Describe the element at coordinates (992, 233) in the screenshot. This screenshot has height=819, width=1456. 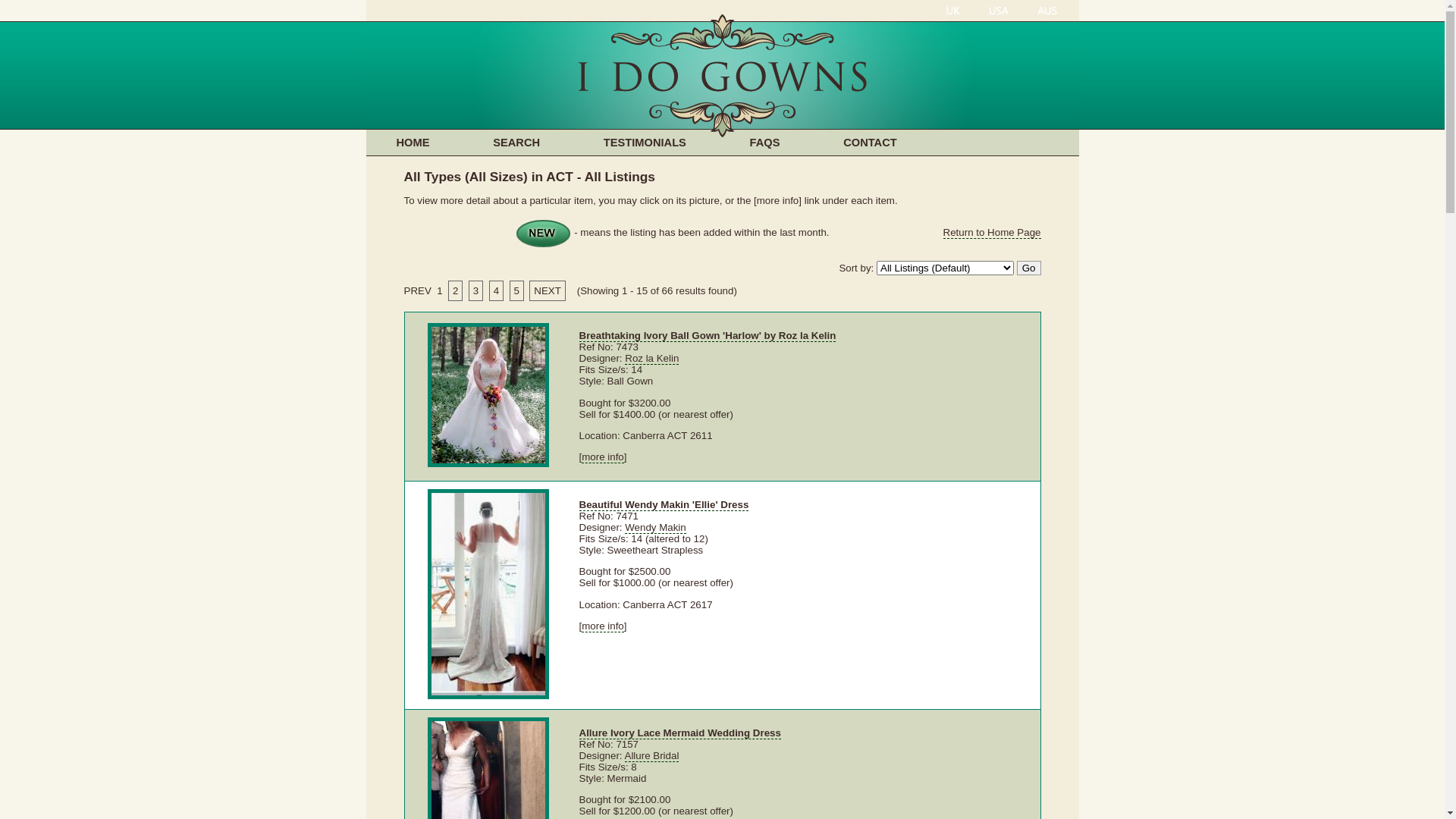
I see `'Return to Home Page'` at that location.